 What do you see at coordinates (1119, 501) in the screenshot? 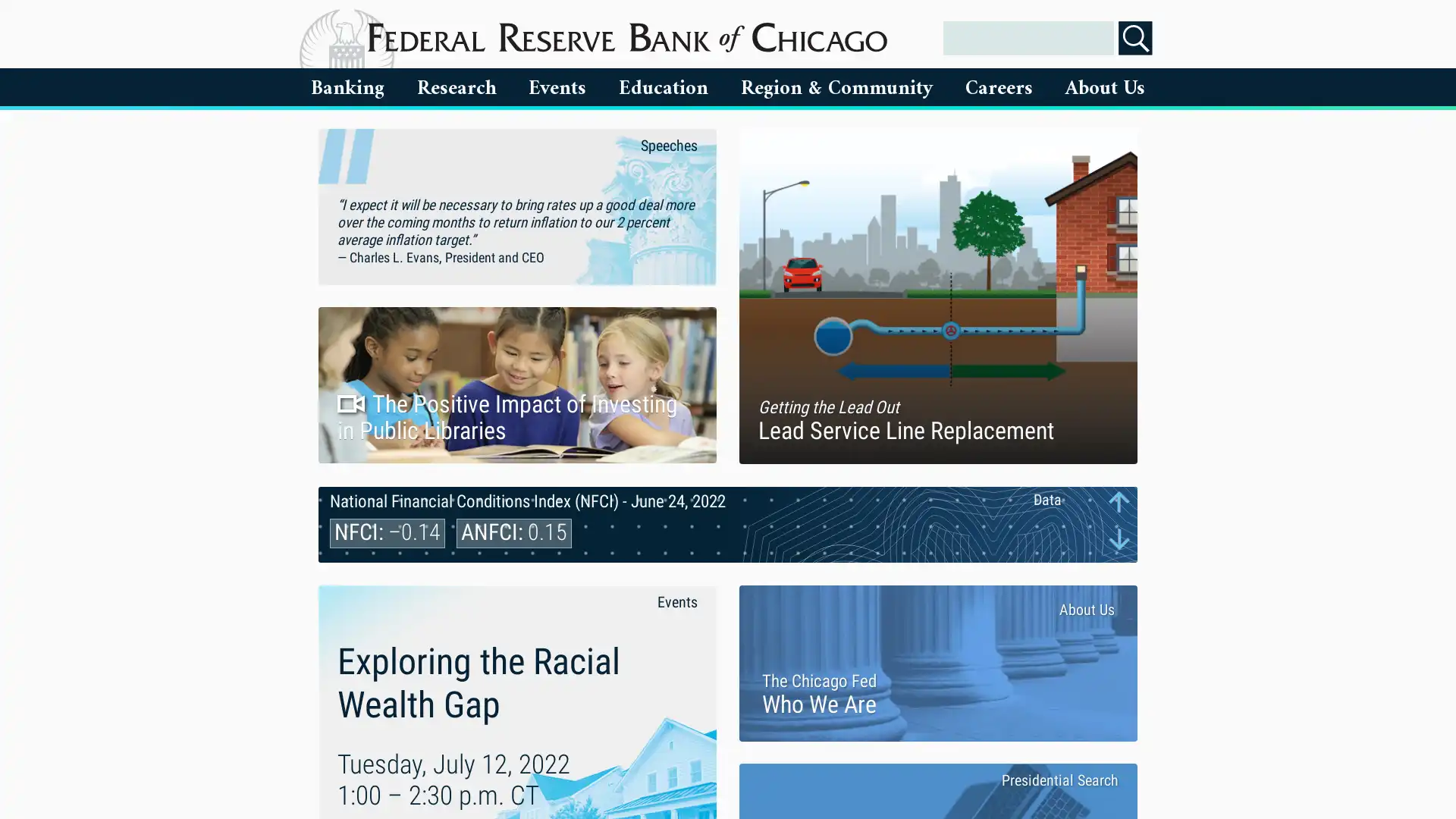
I see `Previous` at bounding box center [1119, 501].